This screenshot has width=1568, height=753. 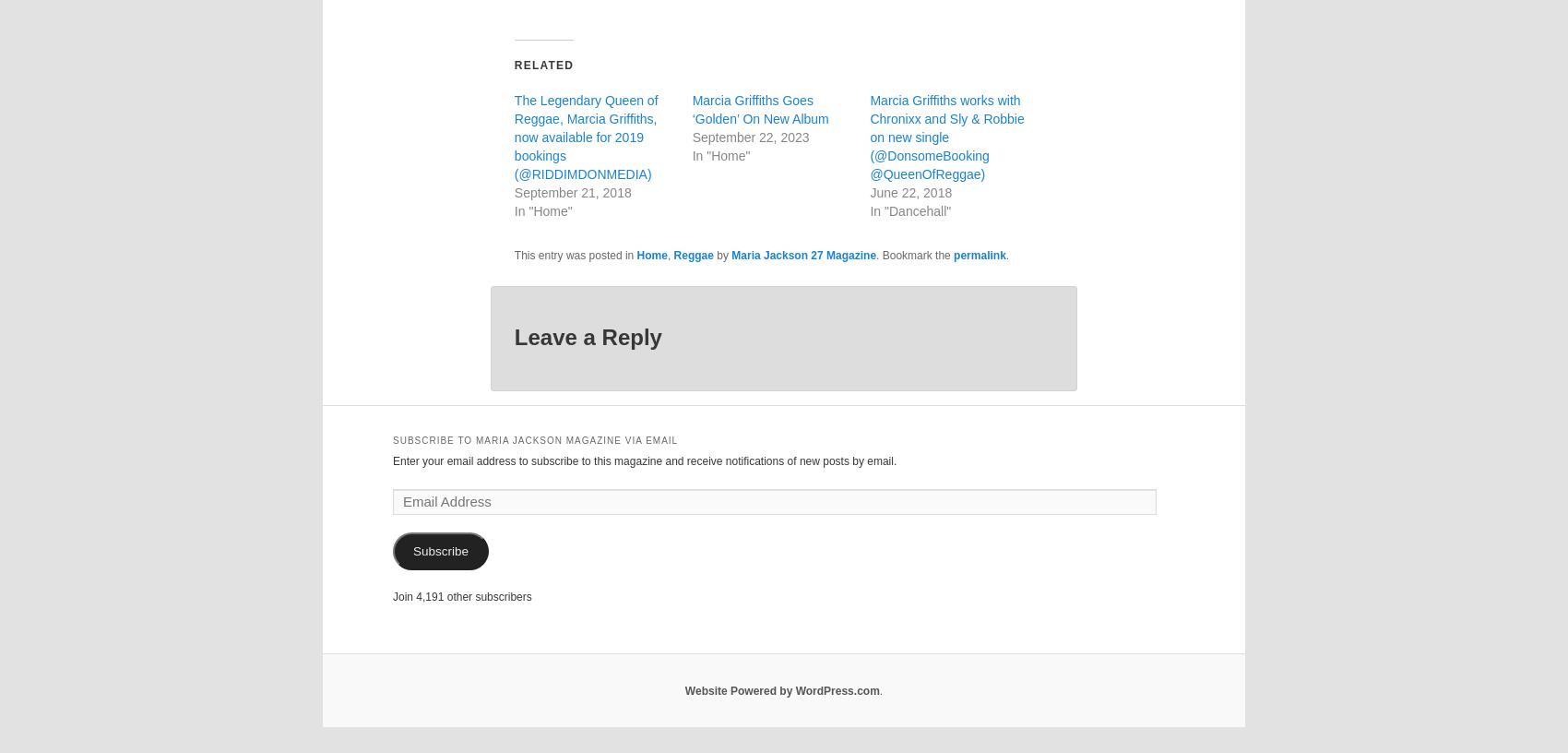 What do you see at coordinates (645, 459) in the screenshot?
I see `'Enter your email address to subscribe to this magazine and receive notifications of new posts by email.'` at bounding box center [645, 459].